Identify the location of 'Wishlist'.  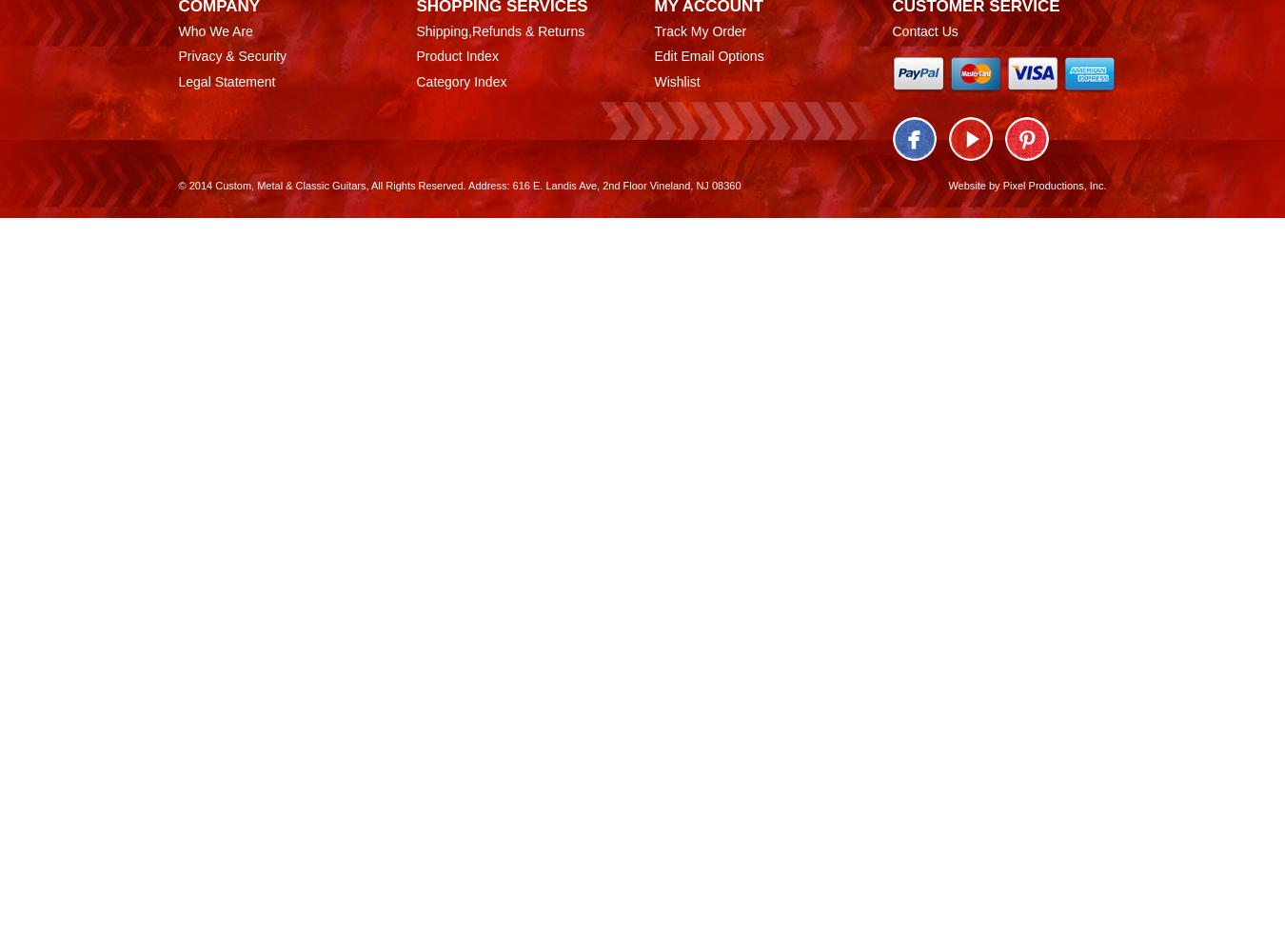
(676, 81).